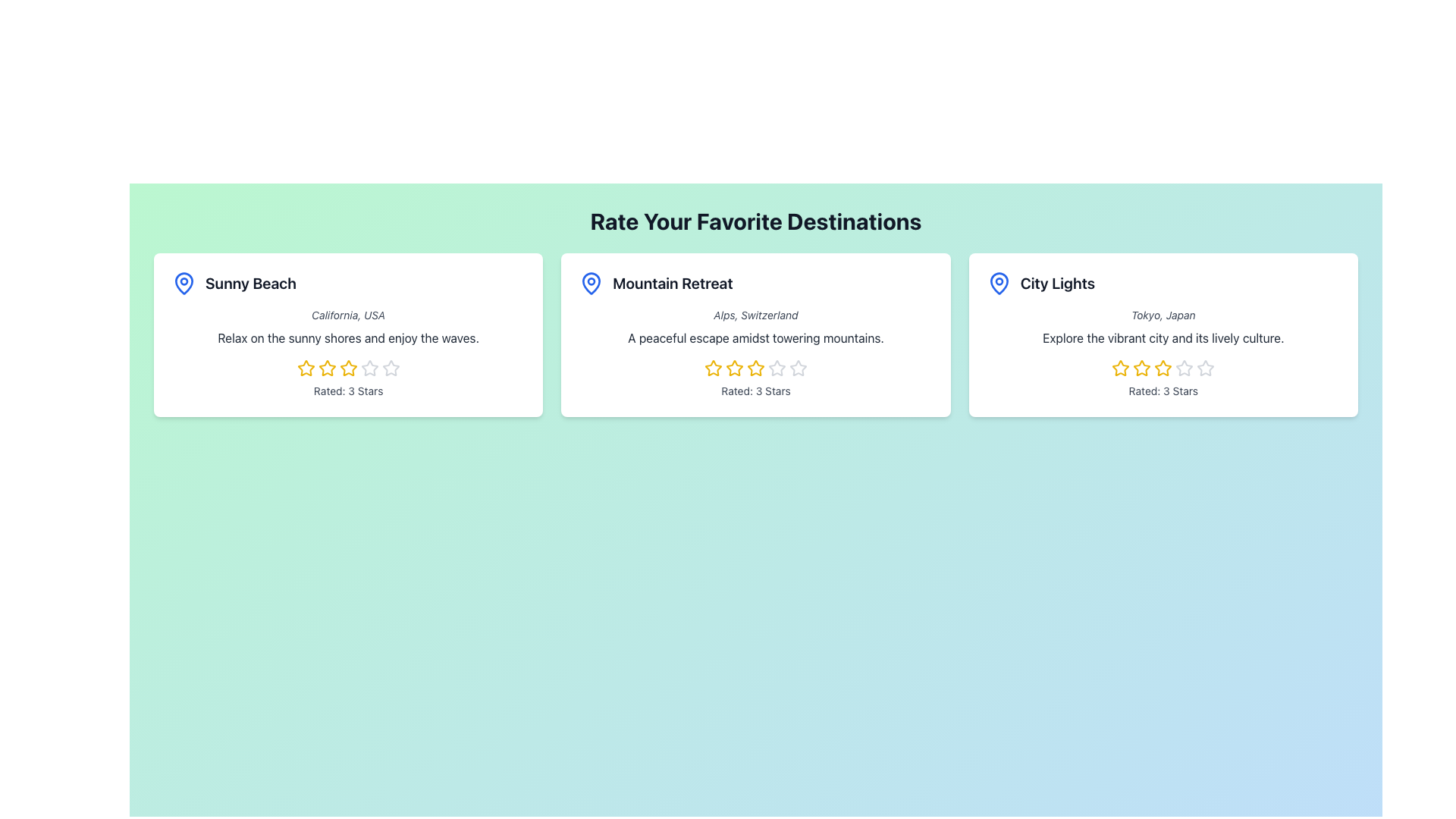 This screenshot has height=819, width=1456. What do you see at coordinates (797, 368) in the screenshot?
I see `the fifth star in the 5-star rating system located below the 'Mountain Retreat' card` at bounding box center [797, 368].